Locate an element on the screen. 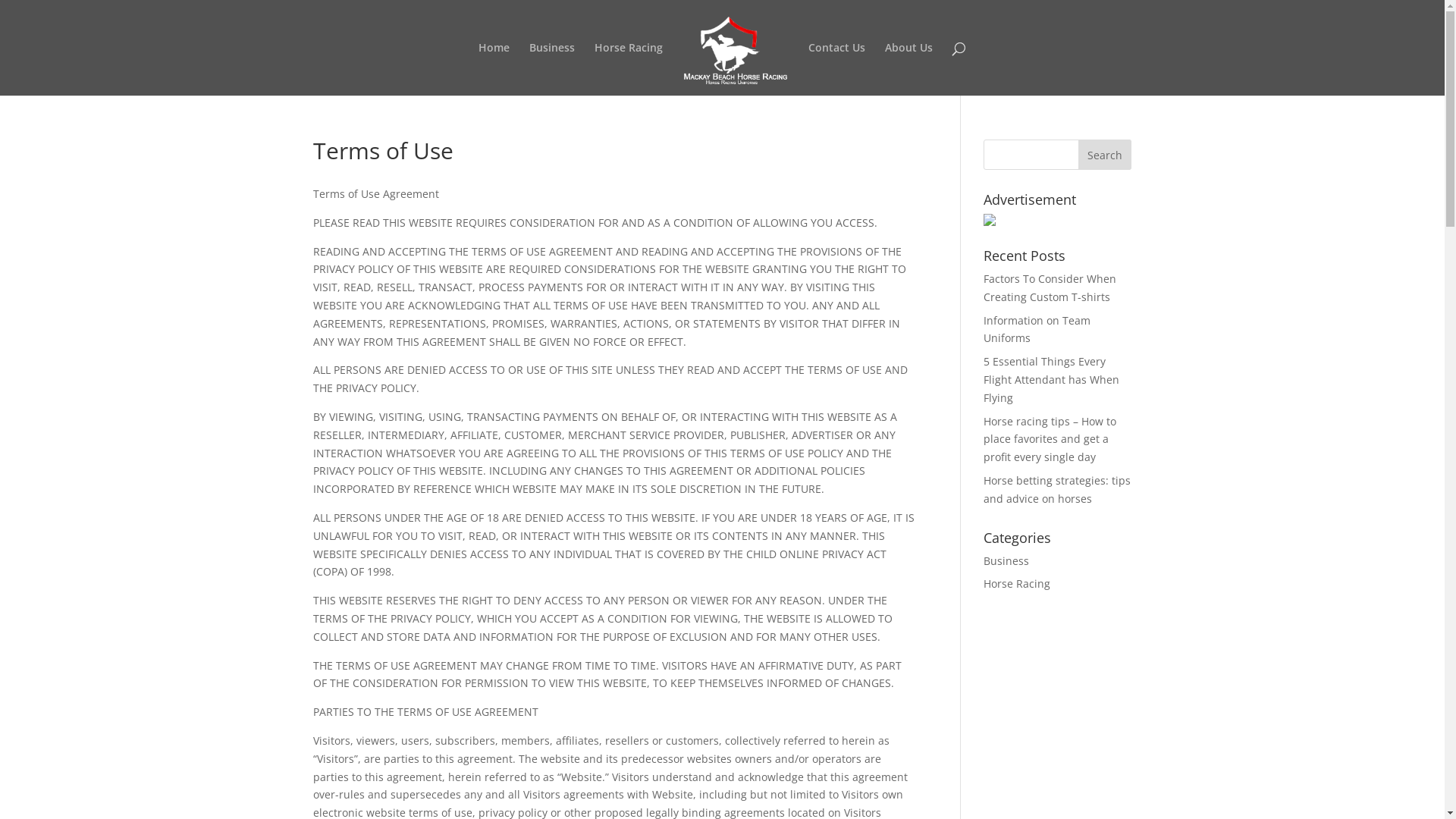 Image resolution: width=1456 pixels, height=819 pixels. '5 Essential Things Every Flight Attendant has When Flying' is located at coordinates (1050, 378).